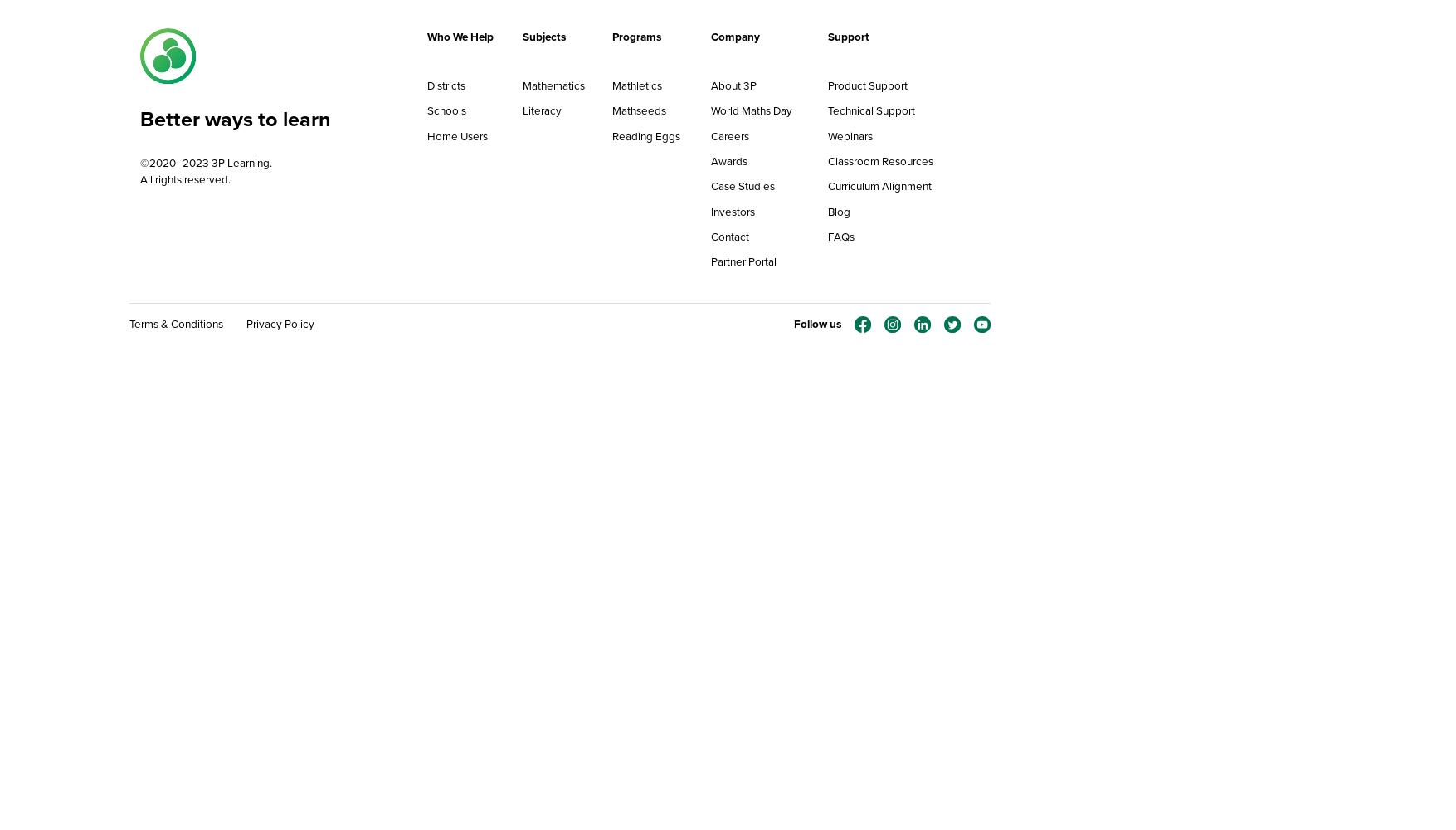 This screenshot has width=1456, height=830. What do you see at coordinates (445, 110) in the screenshot?
I see `'Schools'` at bounding box center [445, 110].